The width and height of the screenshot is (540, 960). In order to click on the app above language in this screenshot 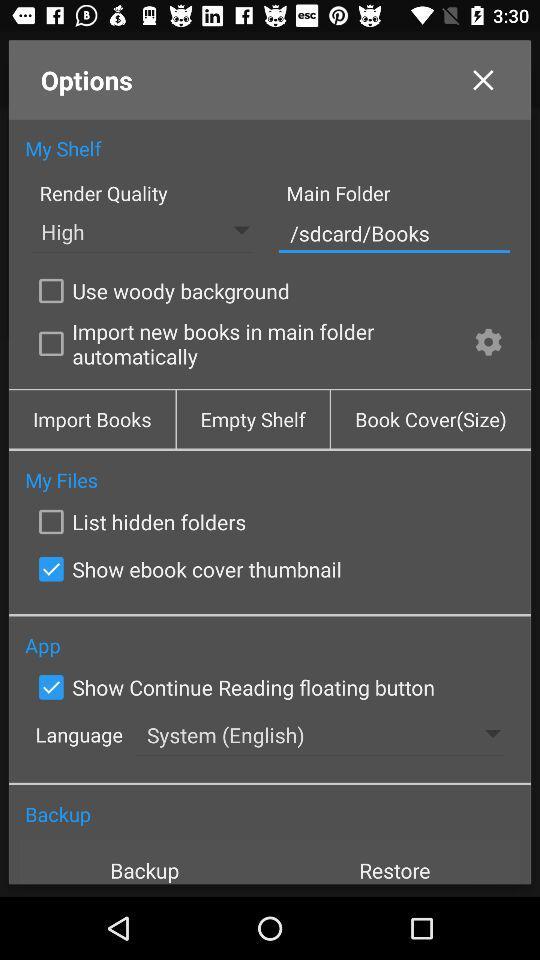, I will do `click(231, 687)`.